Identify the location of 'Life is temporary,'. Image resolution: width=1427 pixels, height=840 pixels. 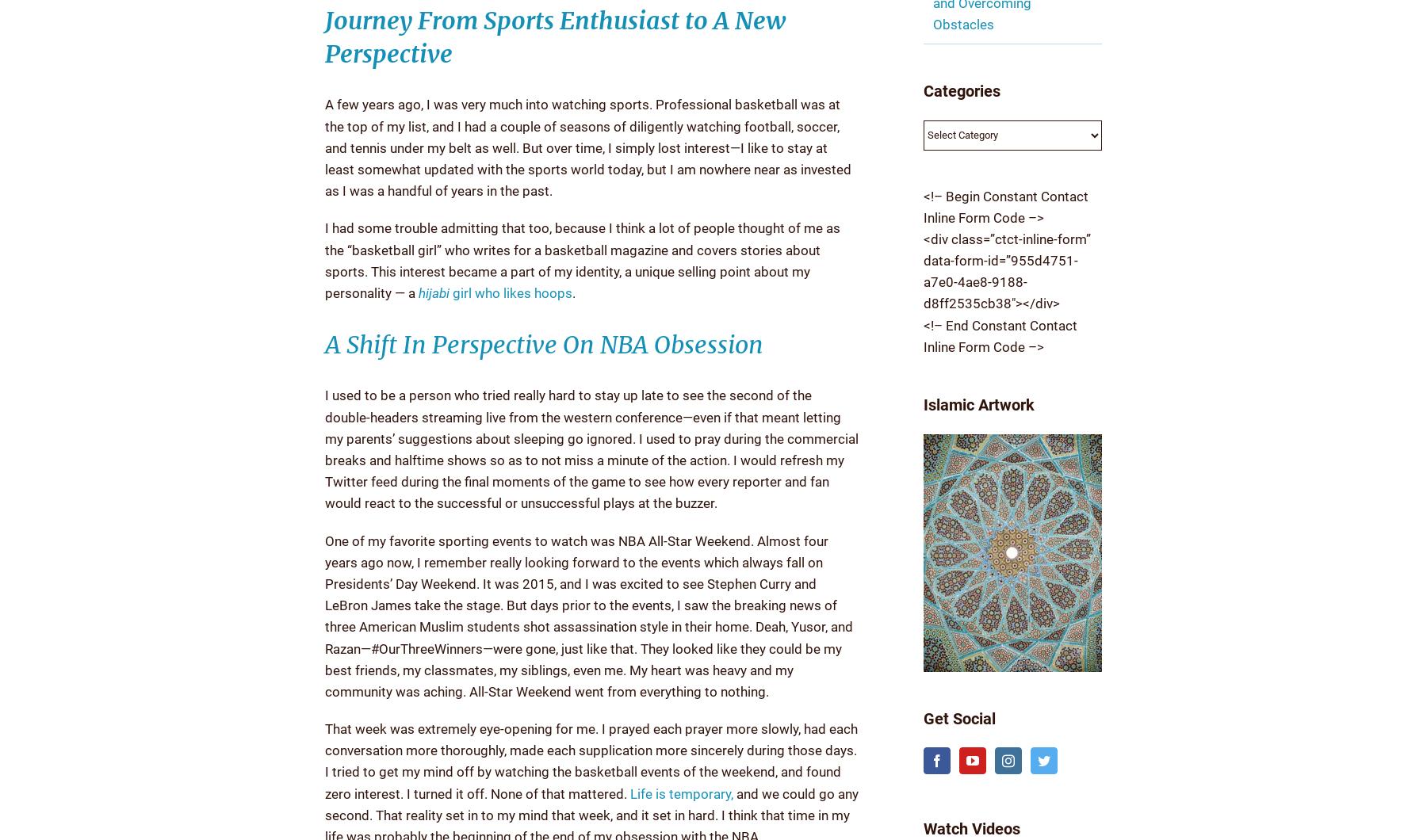
(682, 792).